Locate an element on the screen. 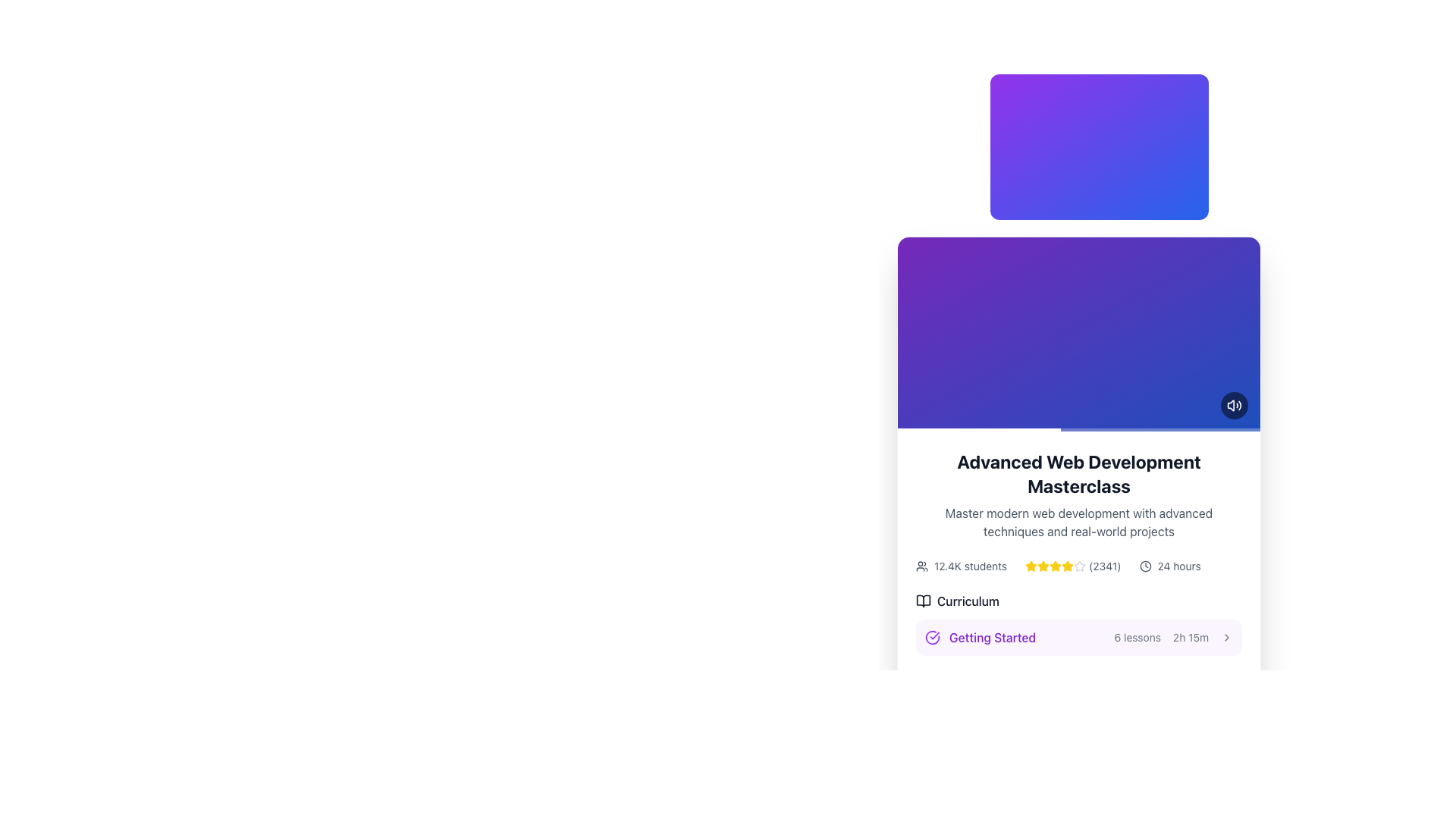  the fourth star icon is located at coordinates (1055, 566).